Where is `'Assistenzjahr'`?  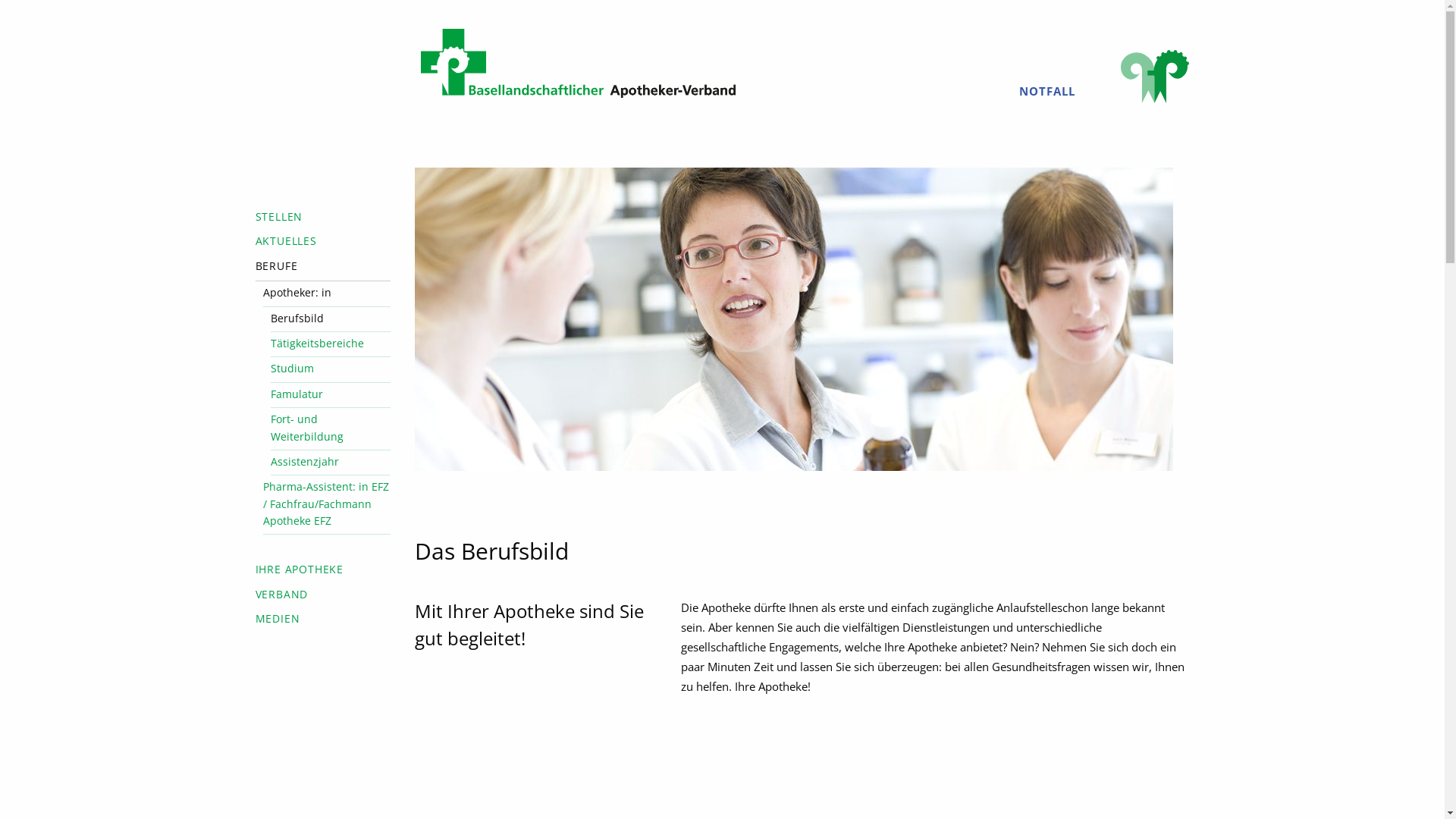 'Assistenzjahr' is located at coordinates (329, 463).